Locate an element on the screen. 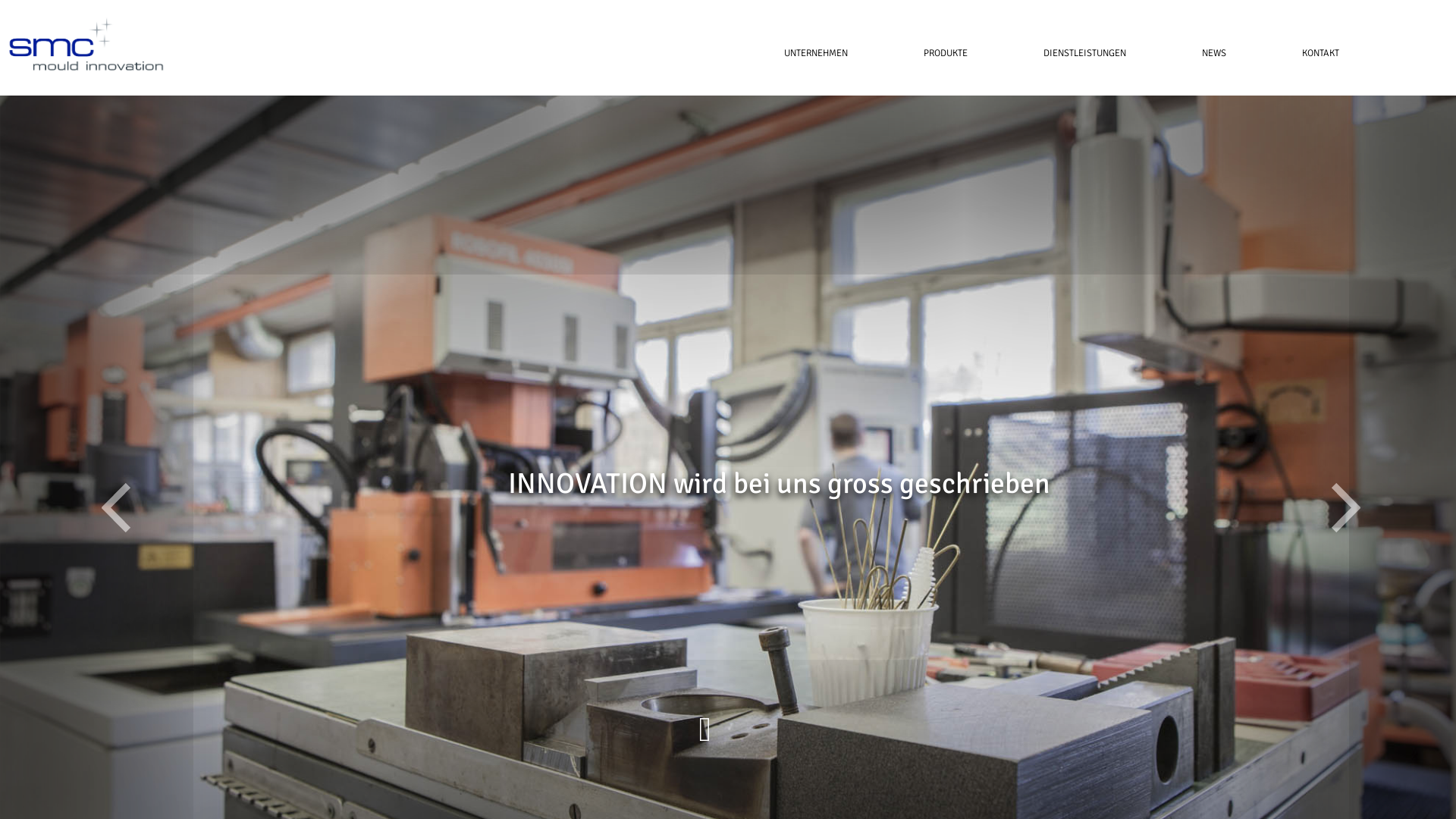 Image resolution: width=1456 pixels, height=819 pixels. 'PRODUKTE' is located at coordinates (945, 52).